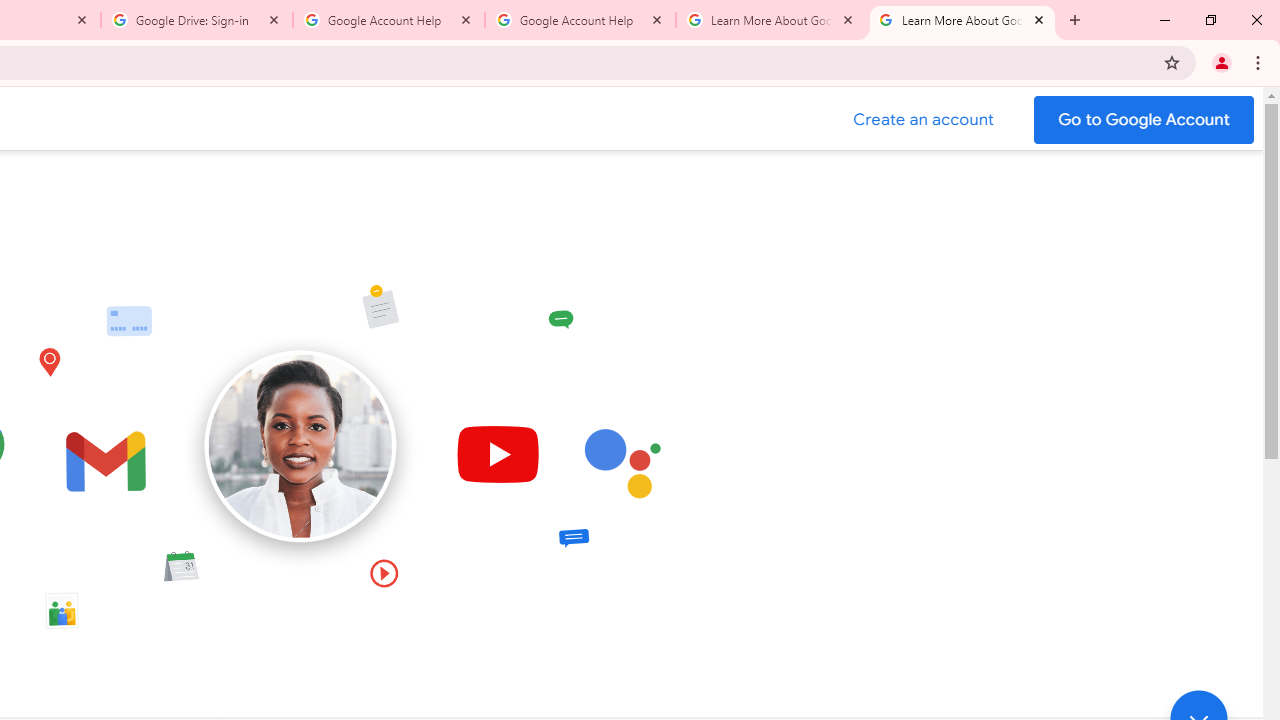 This screenshot has width=1280, height=720. I want to click on 'Google Account Help', so click(389, 20).